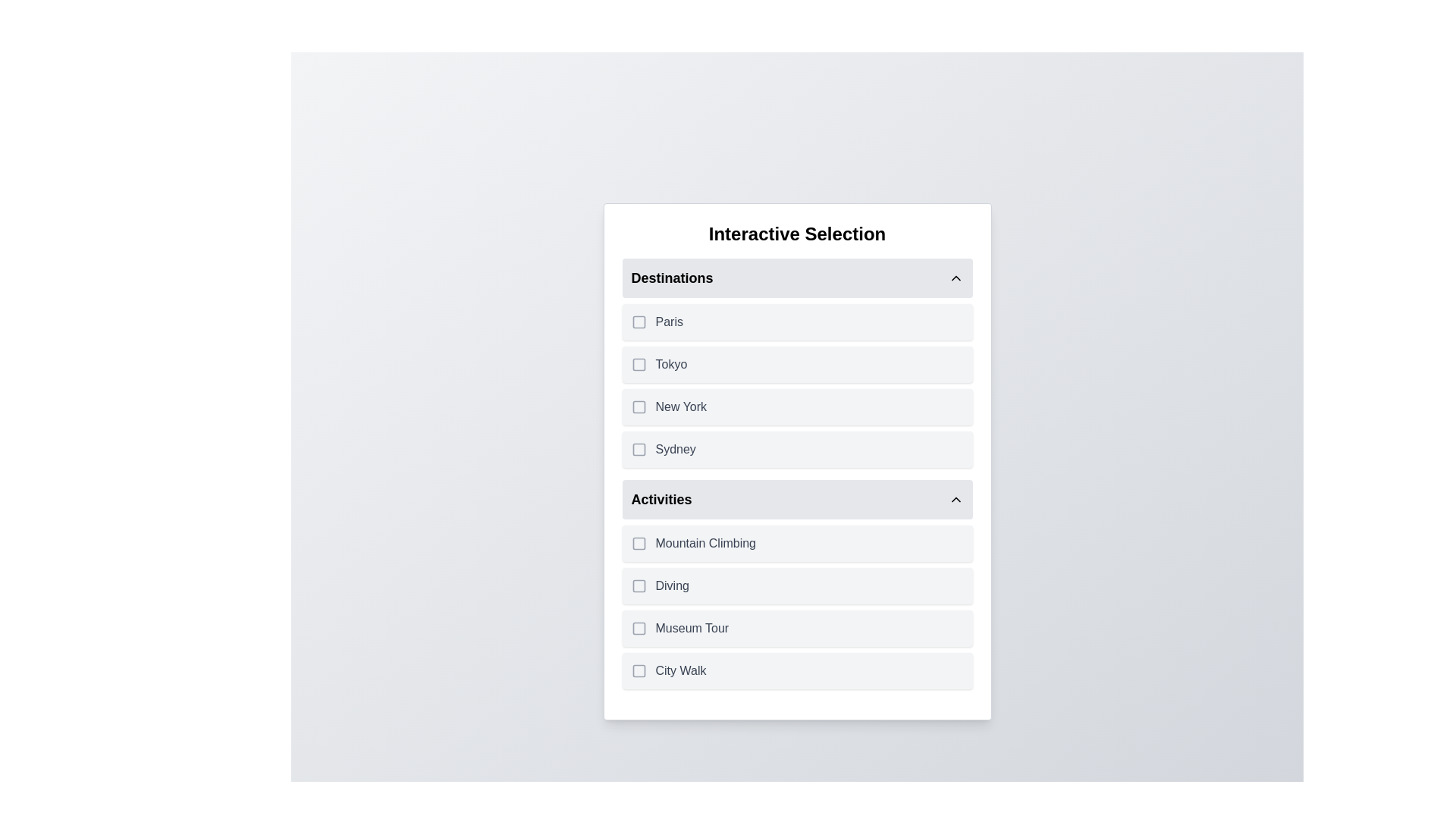  What do you see at coordinates (796, 585) in the screenshot?
I see `the item Diving to trigger its hover effect` at bounding box center [796, 585].